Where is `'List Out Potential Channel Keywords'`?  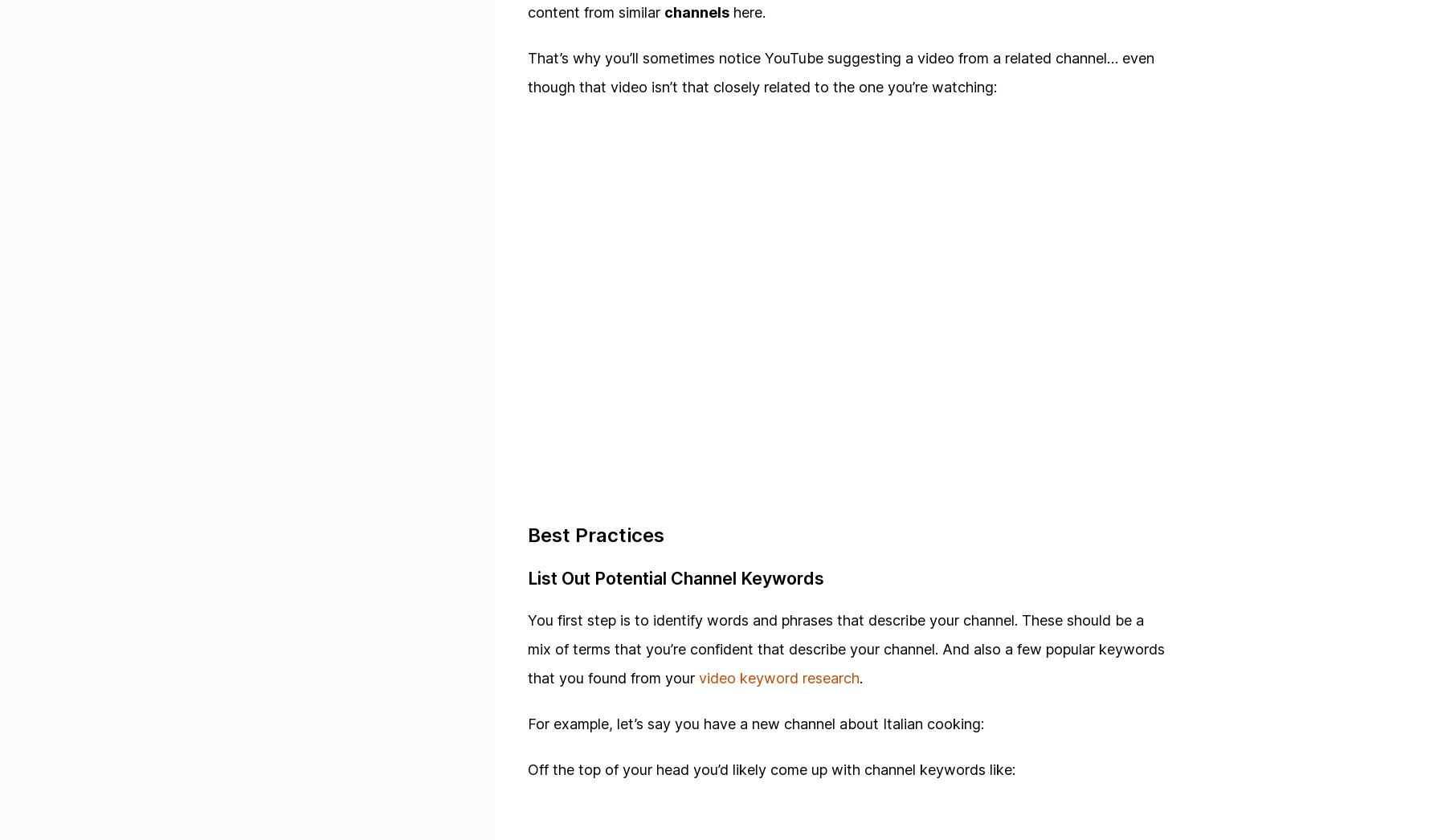 'List Out Potential Channel Keywords' is located at coordinates (676, 577).